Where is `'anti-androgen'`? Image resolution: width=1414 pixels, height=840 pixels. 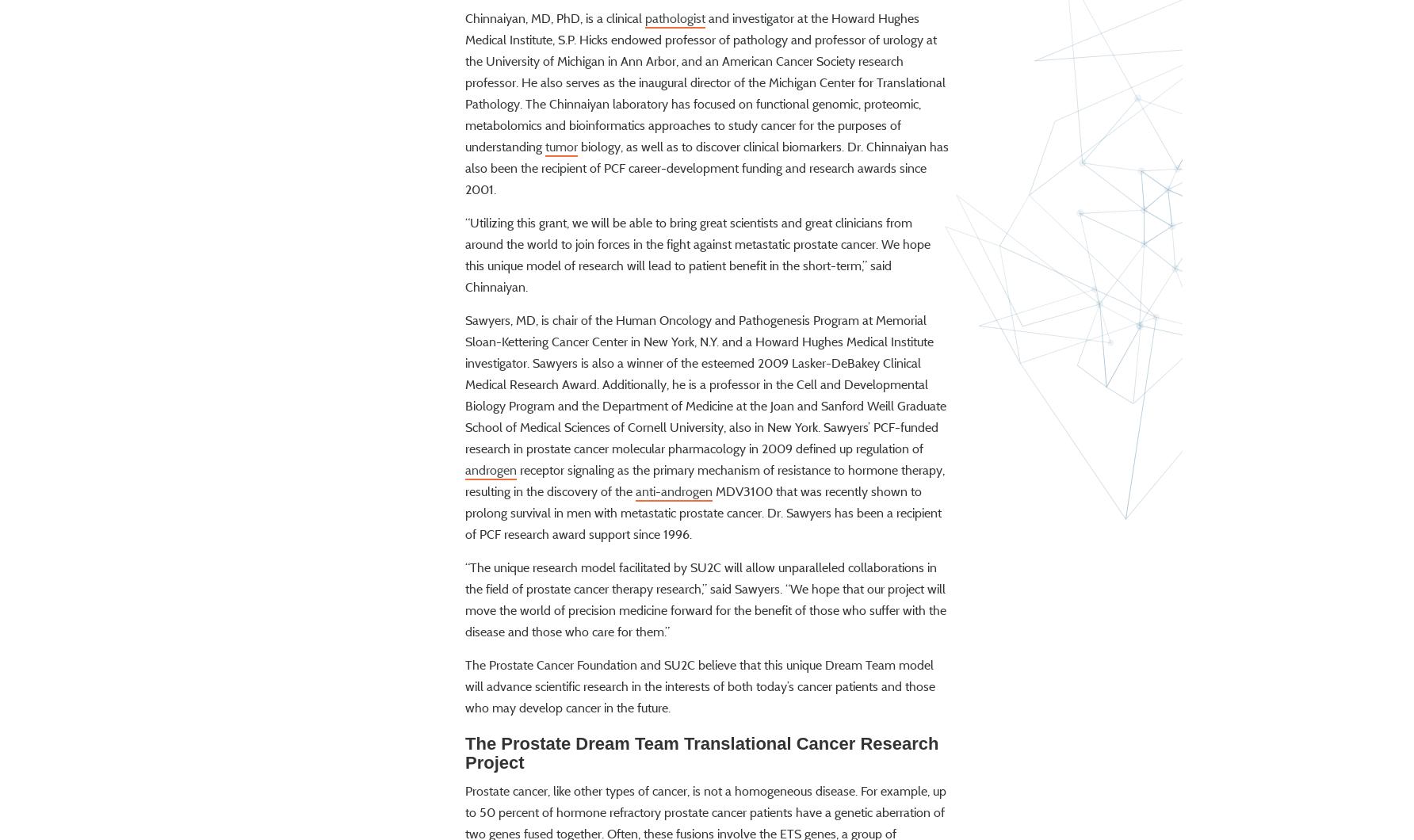
'anti-androgen' is located at coordinates (673, 536).